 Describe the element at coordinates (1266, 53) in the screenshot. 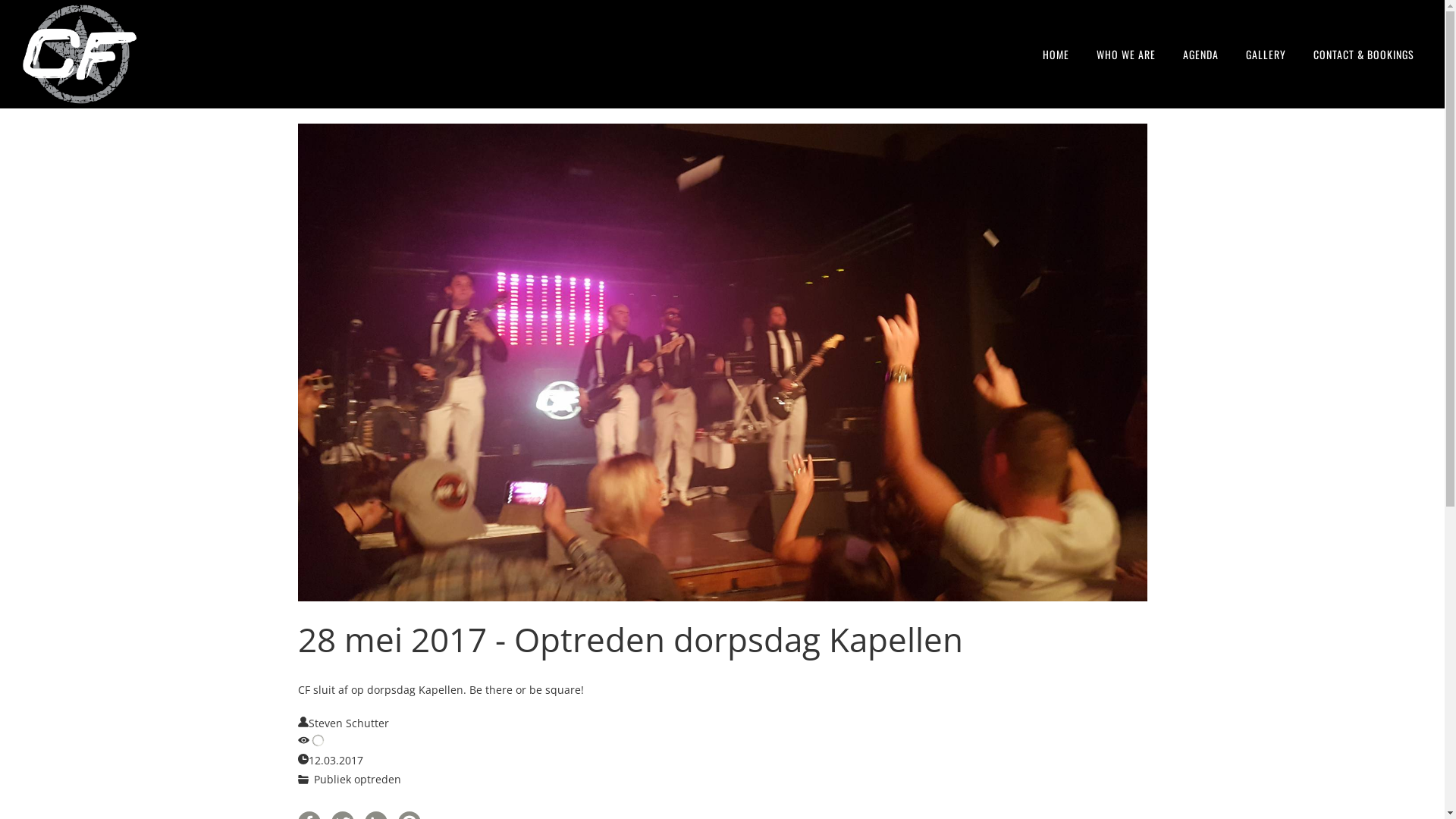

I see `'GALLERY'` at that location.